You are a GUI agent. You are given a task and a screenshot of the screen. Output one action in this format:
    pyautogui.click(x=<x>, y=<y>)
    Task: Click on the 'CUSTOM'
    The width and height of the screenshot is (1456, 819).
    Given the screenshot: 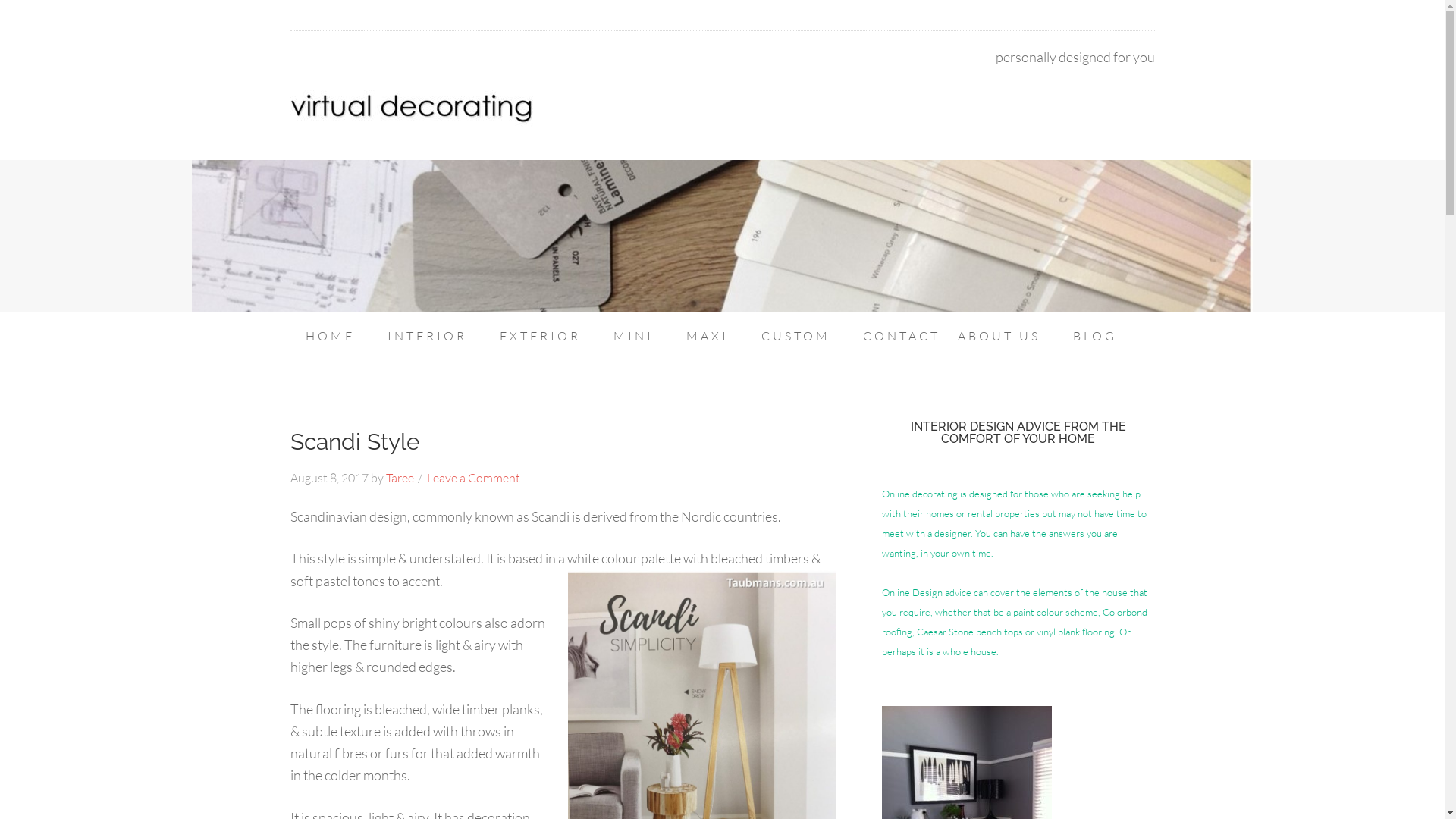 What is the action you would take?
    pyautogui.click(x=795, y=335)
    